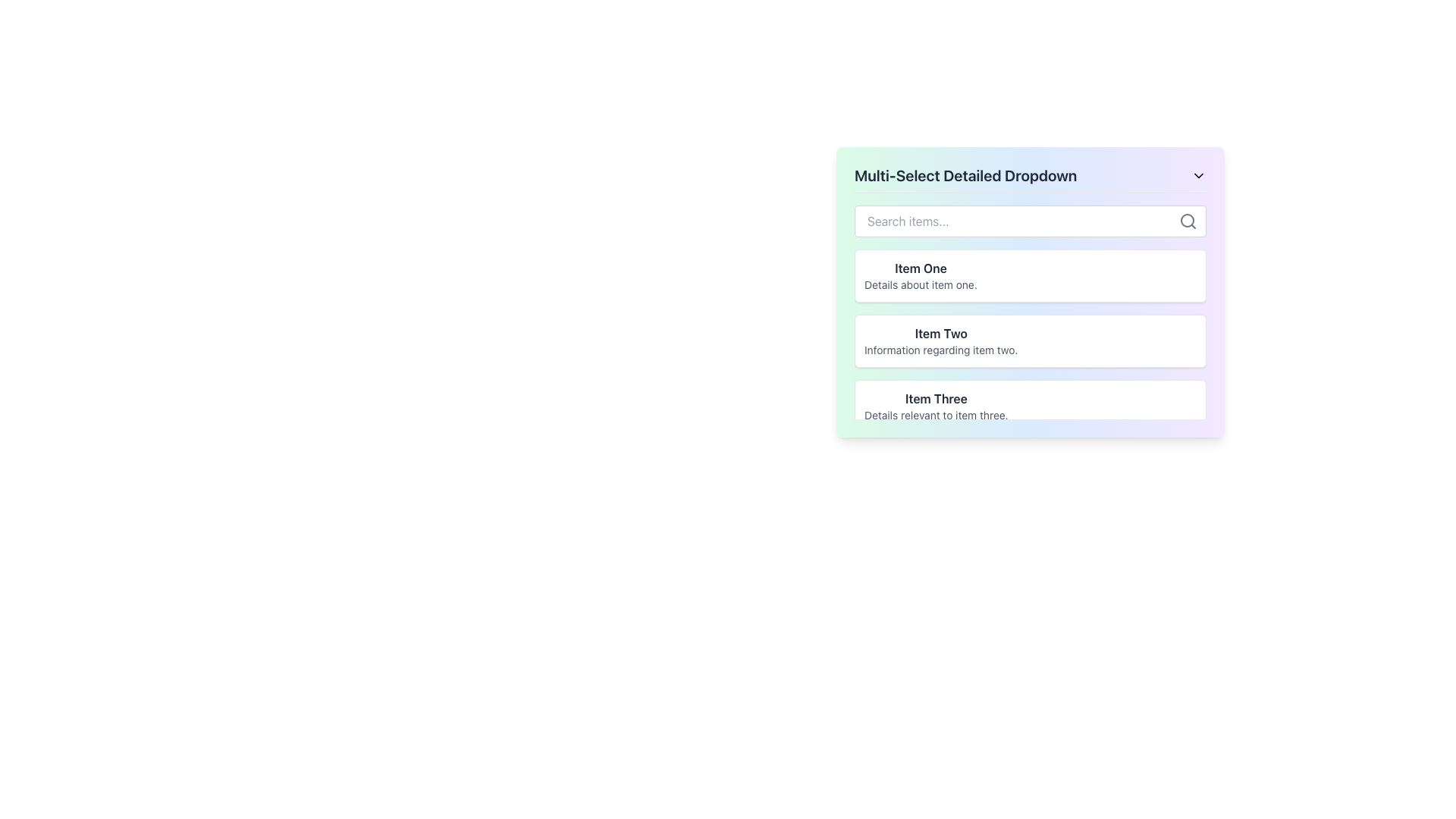 Image resolution: width=1456 pixels, height=819 pixels. What do you see at coordinates (940, 332) in the screenshot?
I see `text label 'Item Two' which is styled with a semi-bold font and dark gray color, located in the middle of the 'Multi-Select Detailed Dropdown' interface` at bounding box center [940, 332].